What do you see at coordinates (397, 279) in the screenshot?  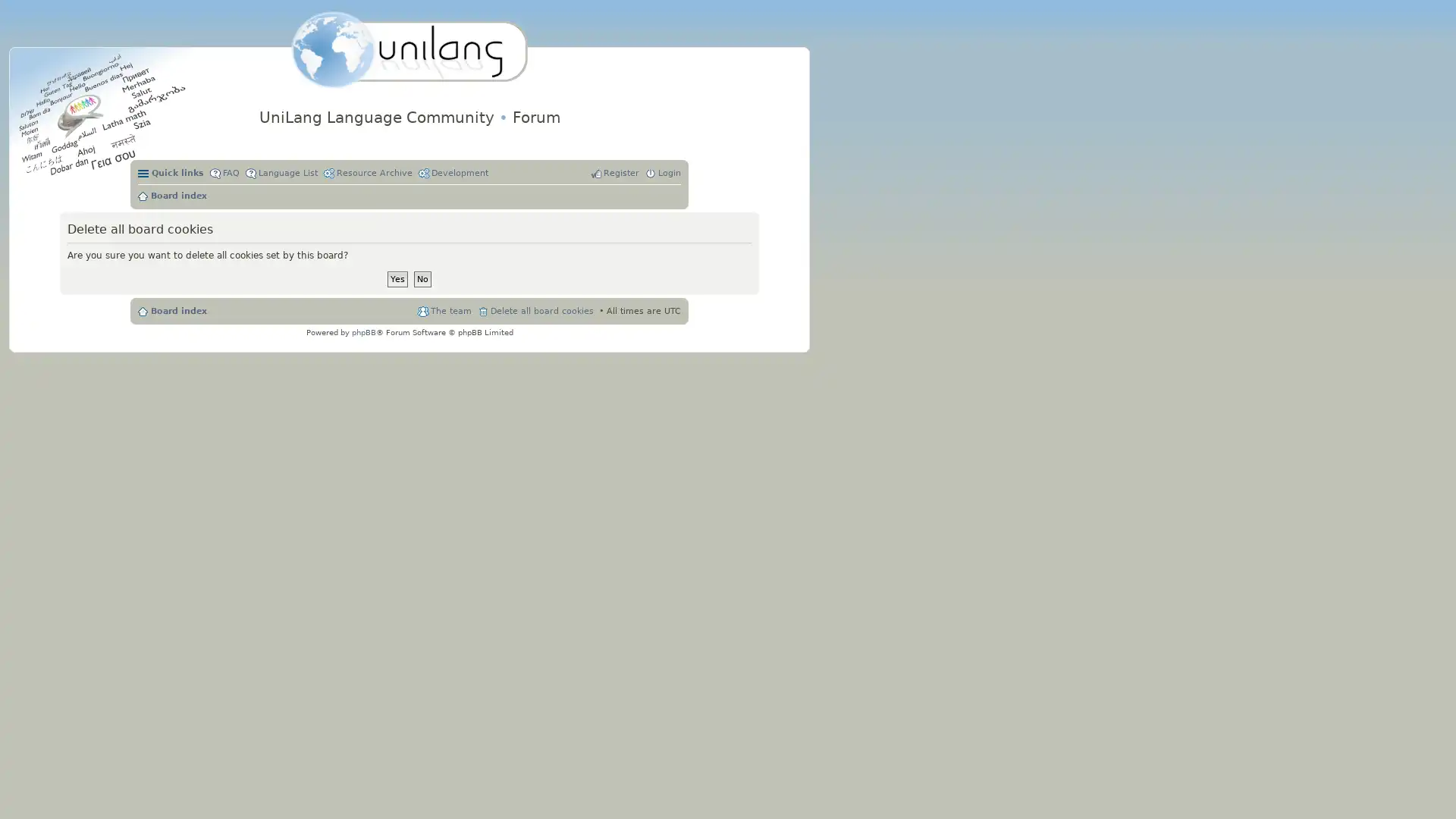 I see `Yes` at bounding box center [397, 279].